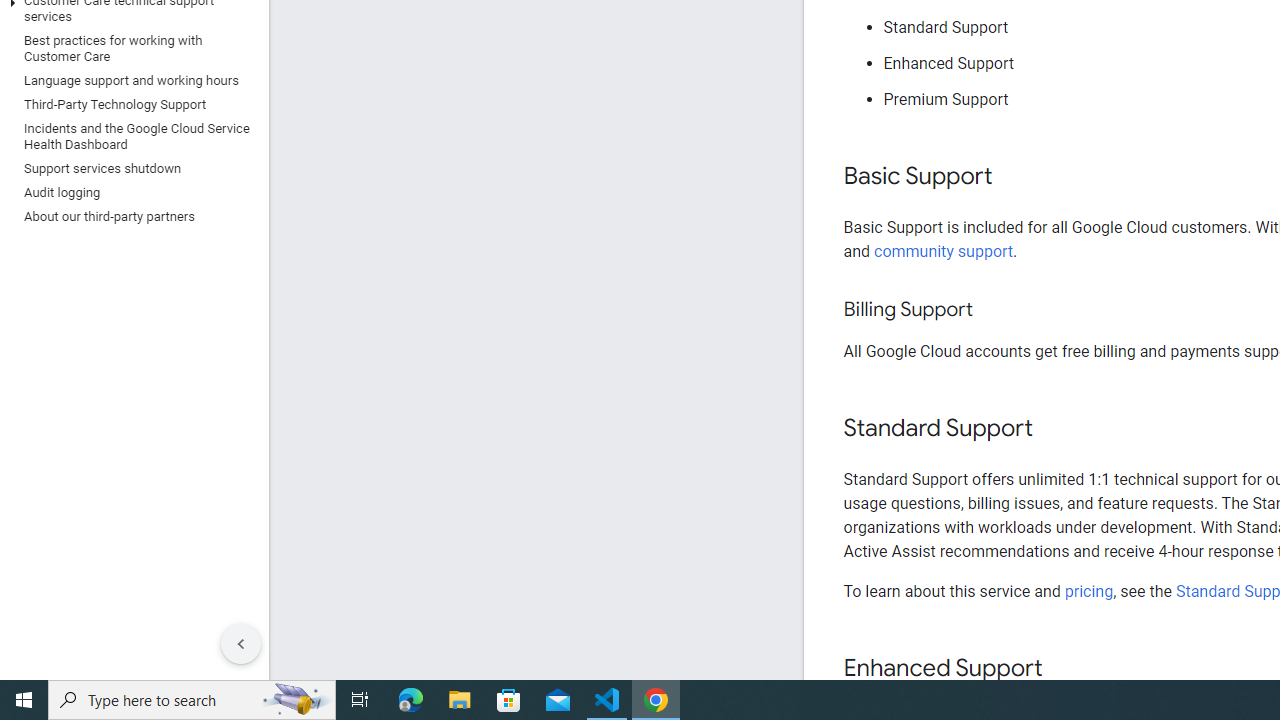 This screenshot has height=720, width=1280. I want to click on 'Copy link to this section: Billing Support', so click(992, 310).